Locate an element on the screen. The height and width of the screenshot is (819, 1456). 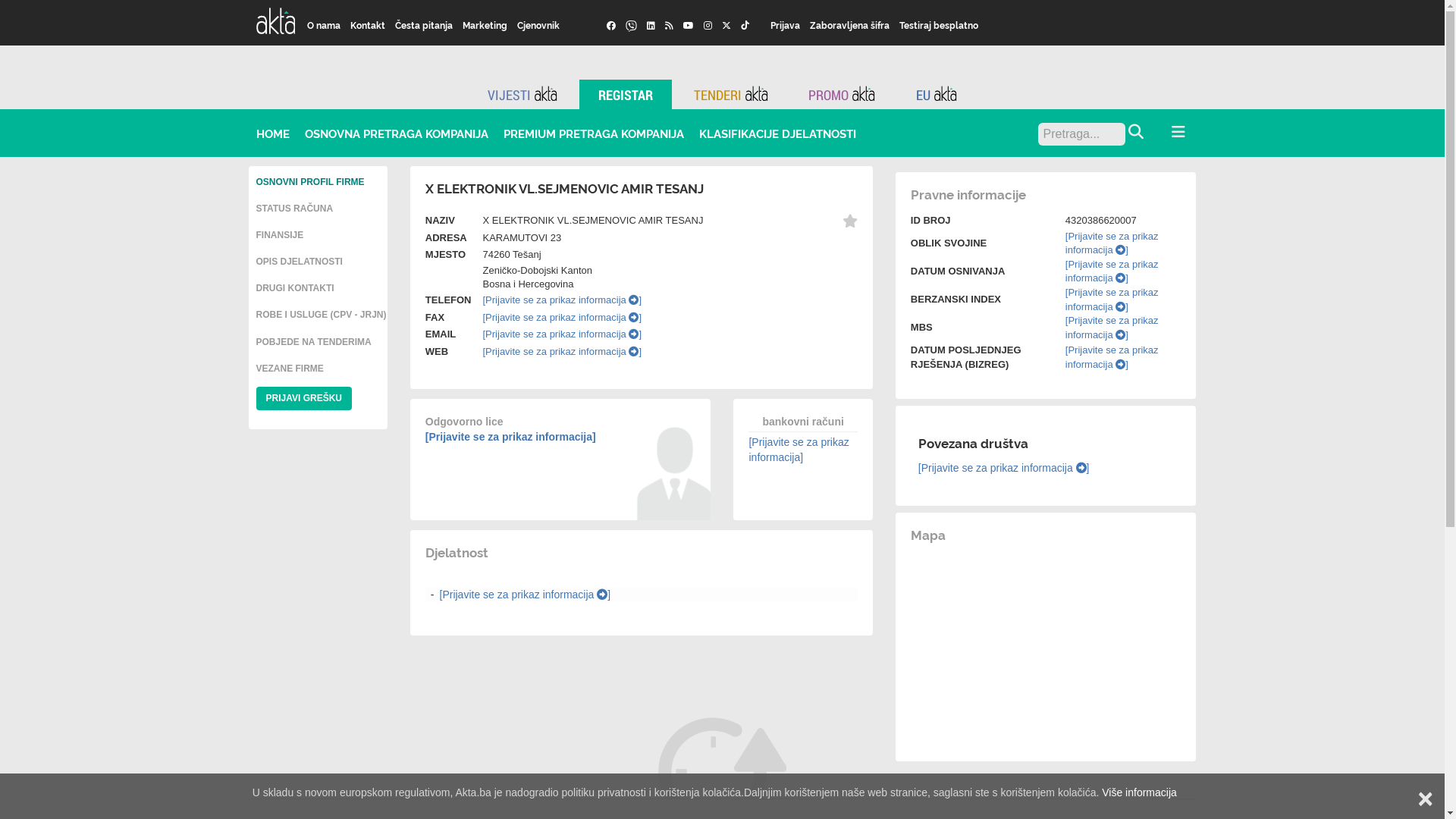
'TENDERI' is located at coordinates (731, 94).